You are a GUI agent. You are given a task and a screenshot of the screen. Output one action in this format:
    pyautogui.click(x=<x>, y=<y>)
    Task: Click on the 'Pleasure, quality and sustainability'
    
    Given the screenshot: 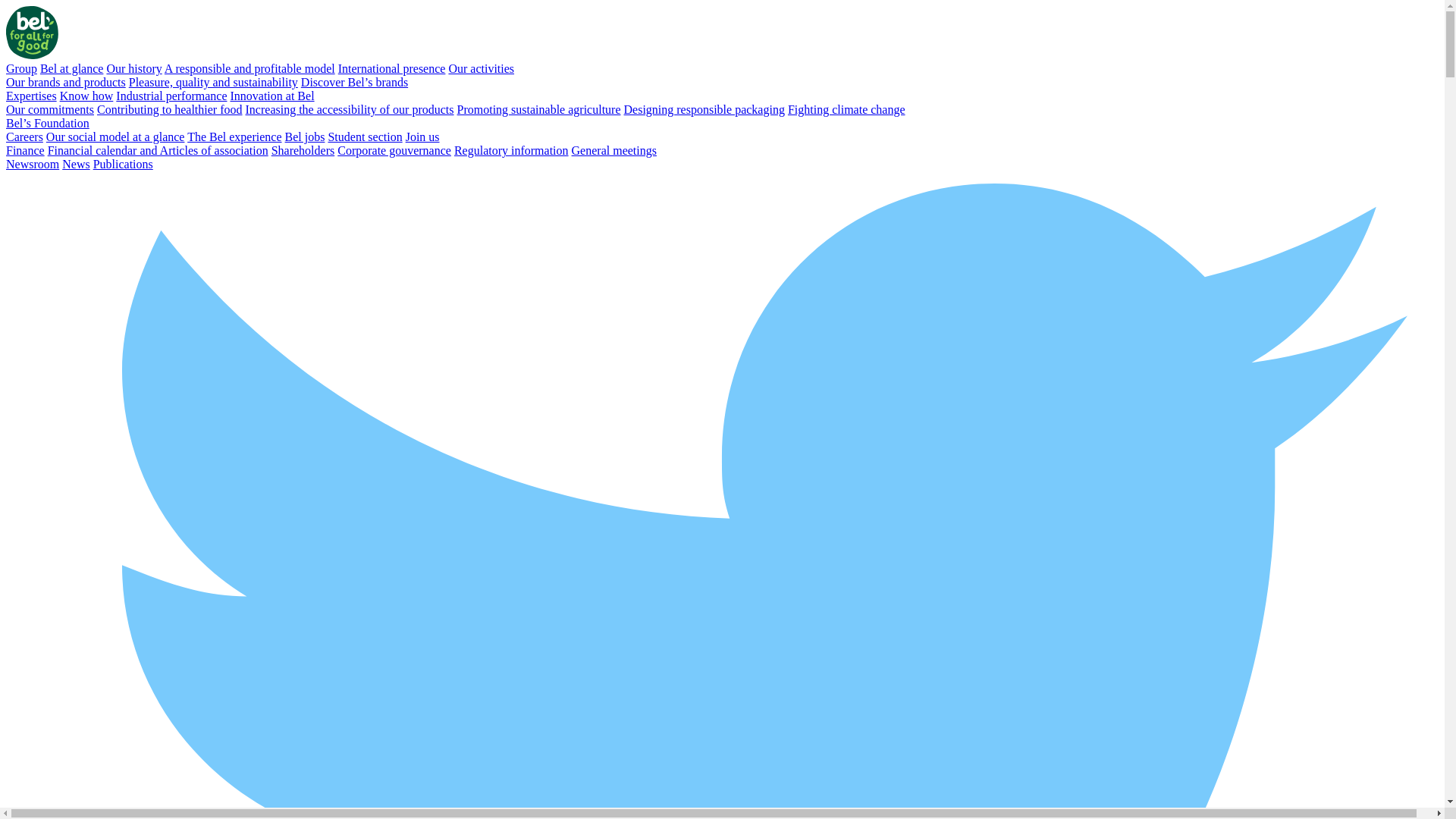 What is the action you would take?
    pyautogui.click(x=212, y=82)
    